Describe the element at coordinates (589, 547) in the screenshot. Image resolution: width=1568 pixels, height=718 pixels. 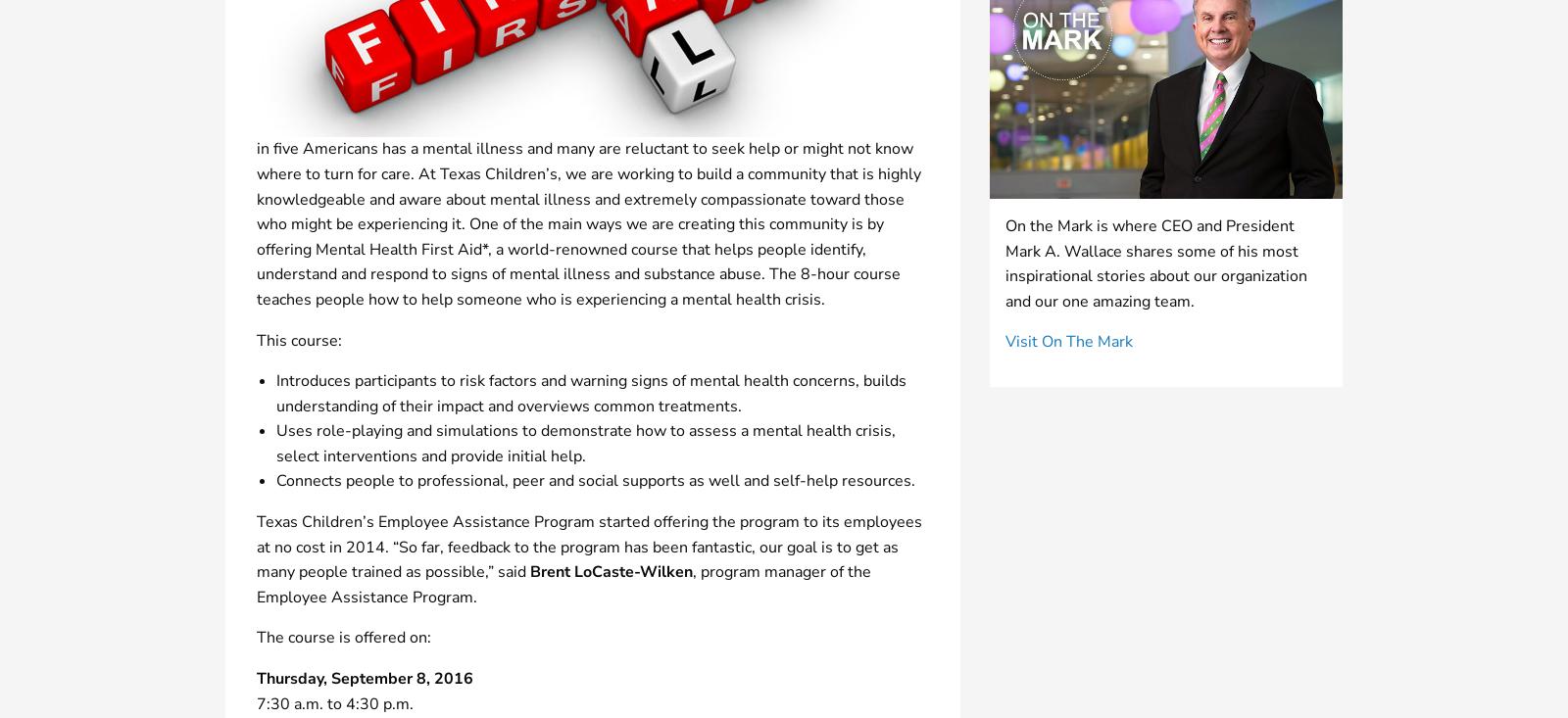
I see `'Texas Children’s Employee Assistance Program started offering the program to its employees at no cost in 2014. “So far, feedback to the program has been fantastic, our goal is to get as many people trained as possible,” said'` at that location.